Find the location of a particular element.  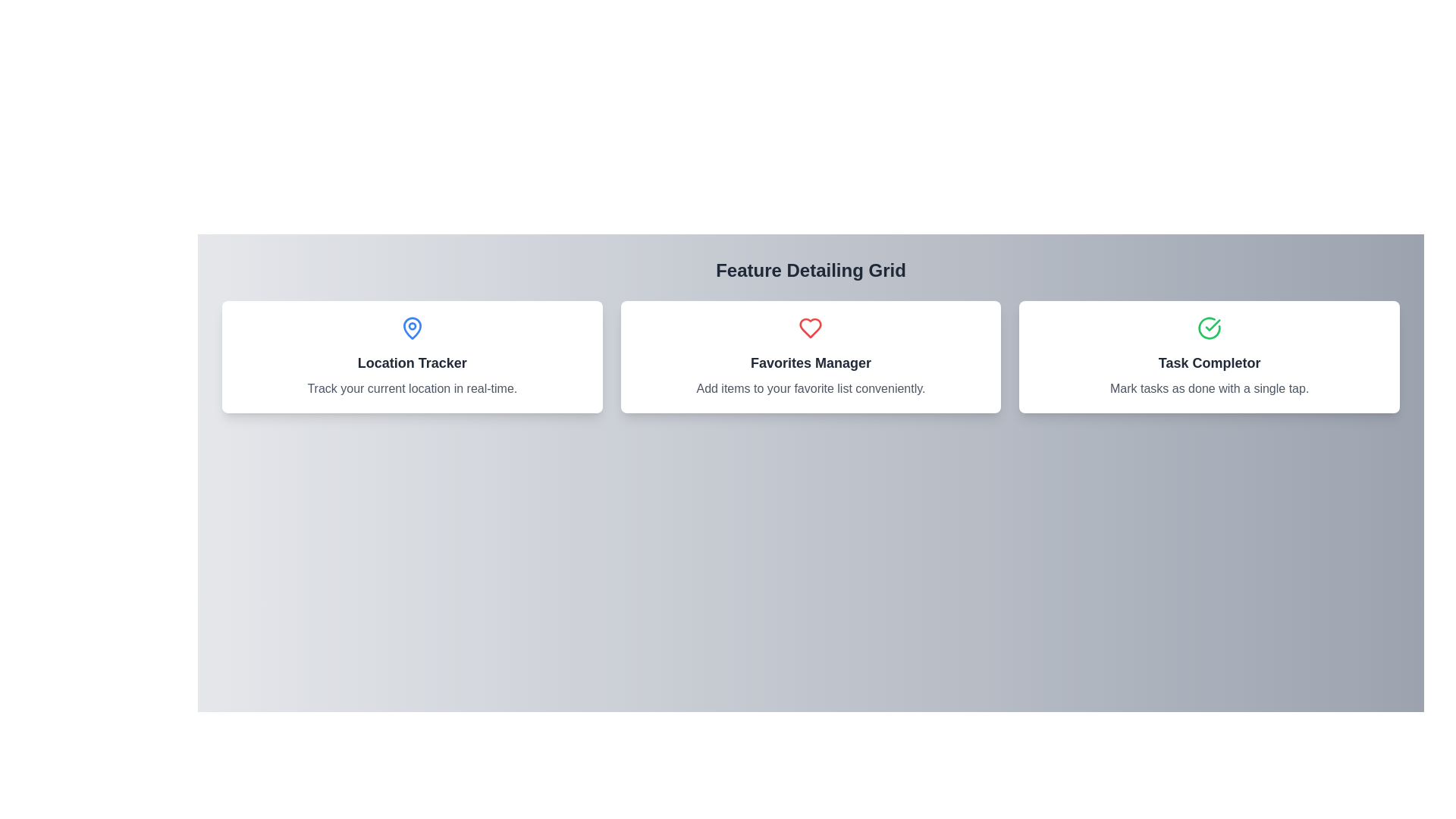

the 'Task Completor' text label, which is the primary heading displayed in a bold, large font within a rectangular card in the third column of a three-column grid is located at coordinates (1209, 362).